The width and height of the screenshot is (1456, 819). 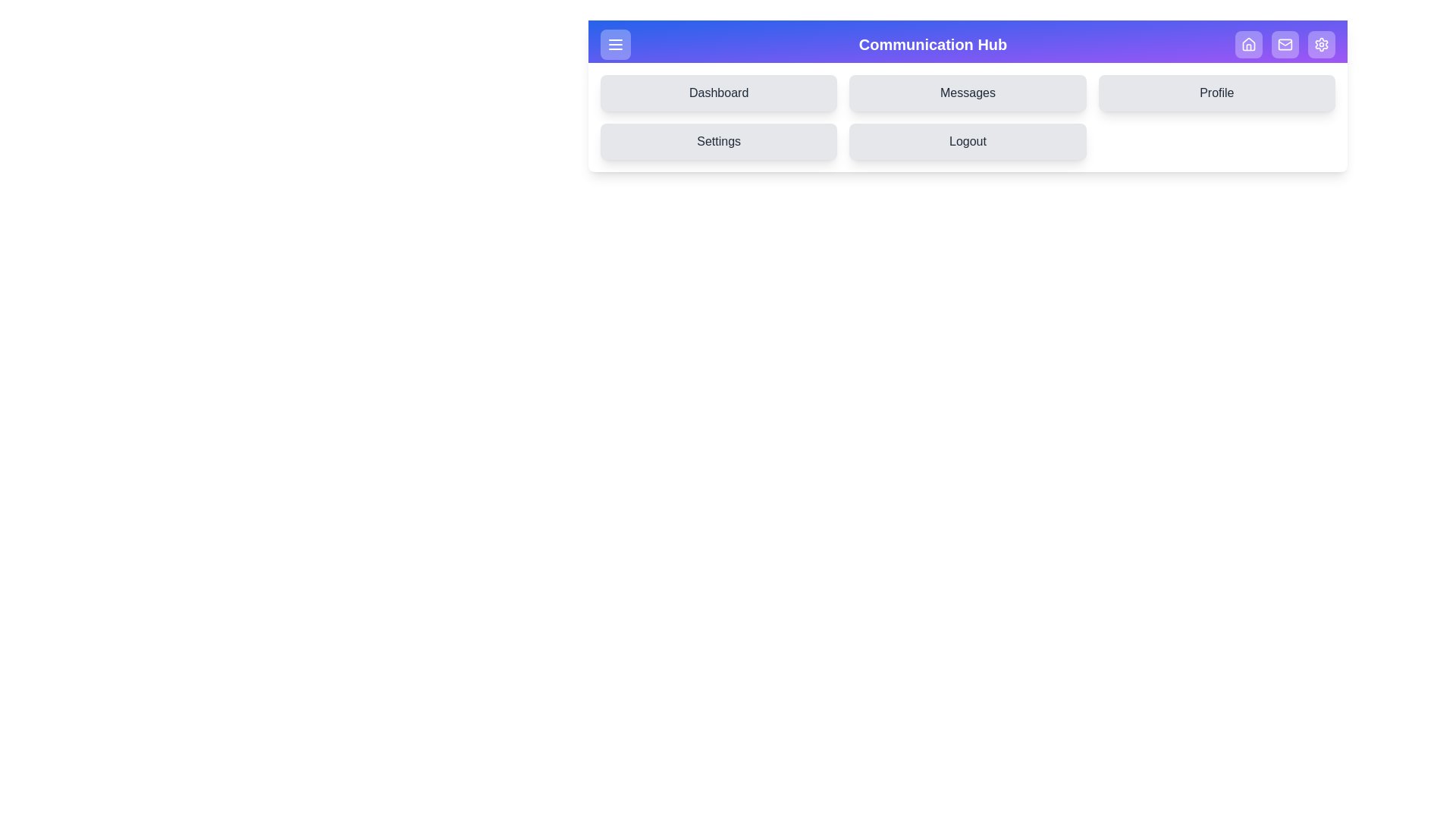 I want to click on the 'Settings' button to navigate to the 'Settings' tab, so click(x=718, y=141).